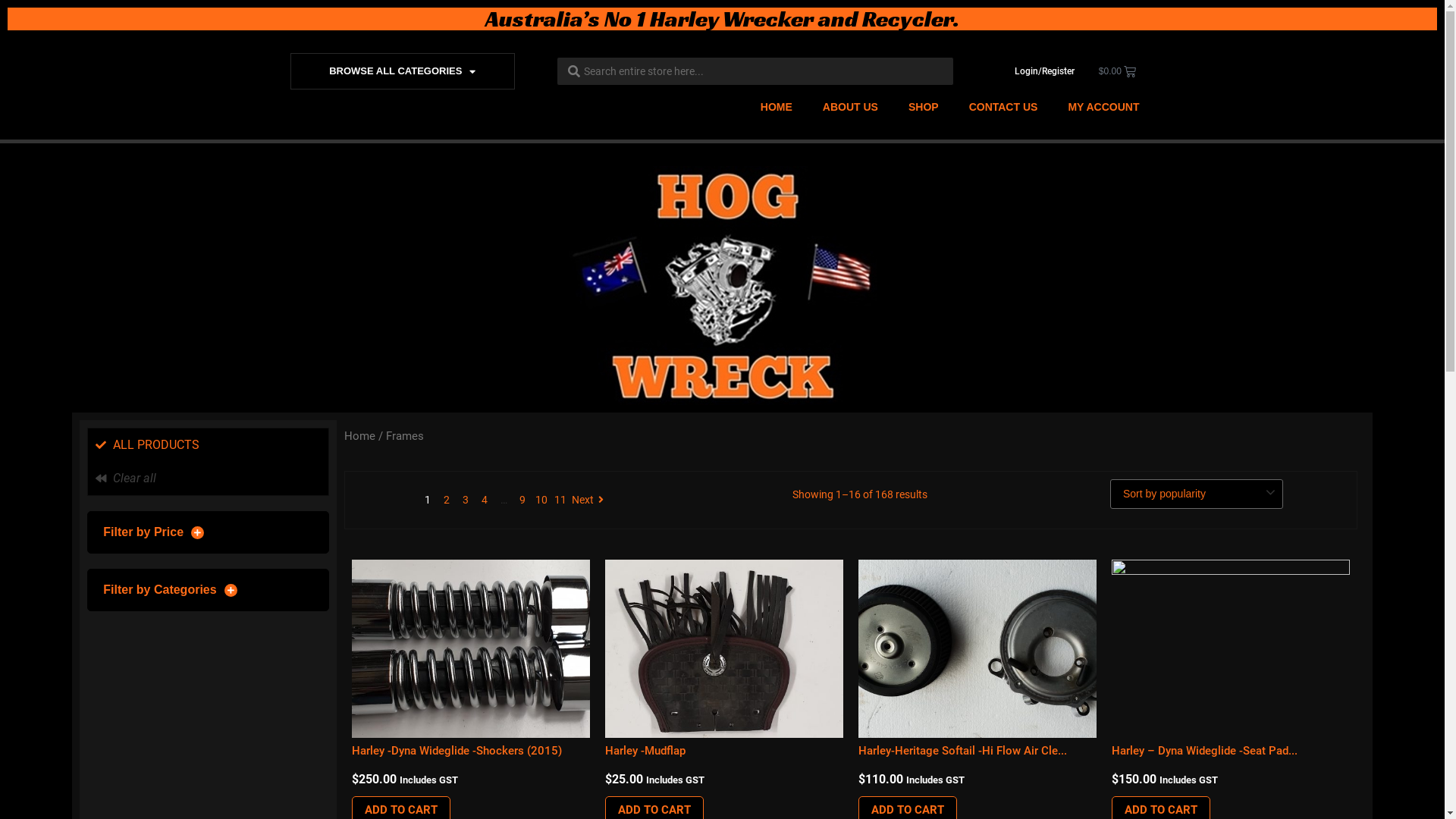 The width and height of the screenshot is (1456, 819). What do you see at coordinates (776, 106) in the screenshot?
I see `'HOME'` at bounding box center [776, 106].